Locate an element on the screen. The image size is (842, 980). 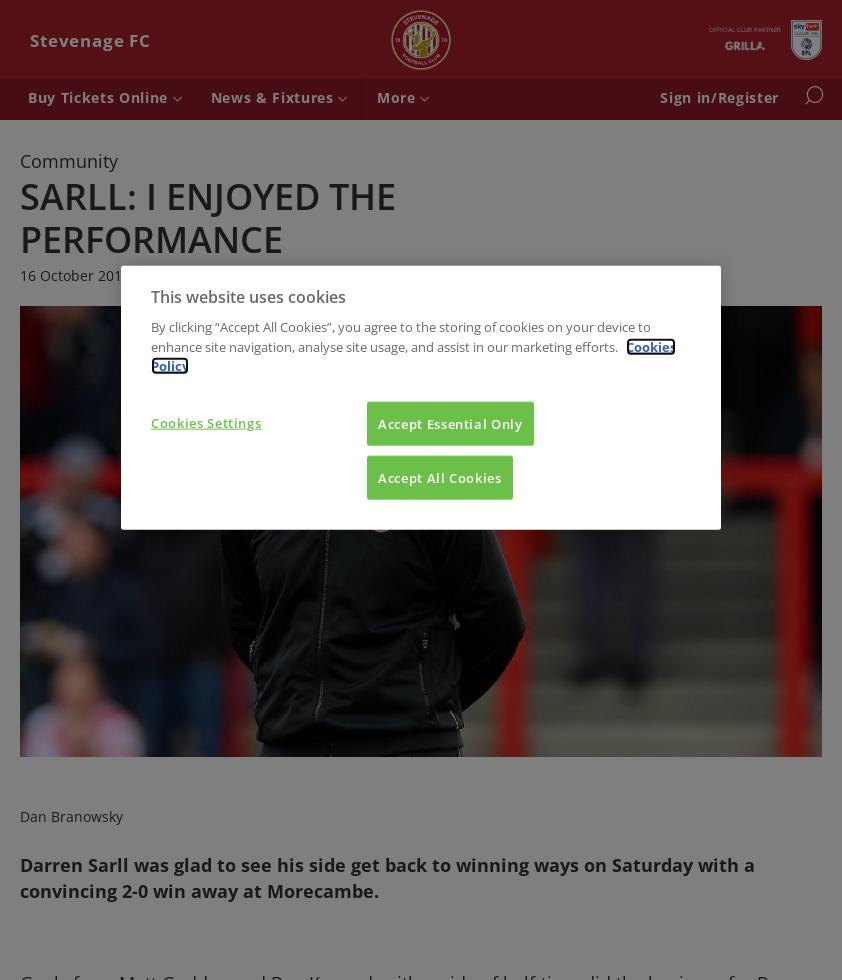
'News & Fixtures' is located at coordinates (273, 97).